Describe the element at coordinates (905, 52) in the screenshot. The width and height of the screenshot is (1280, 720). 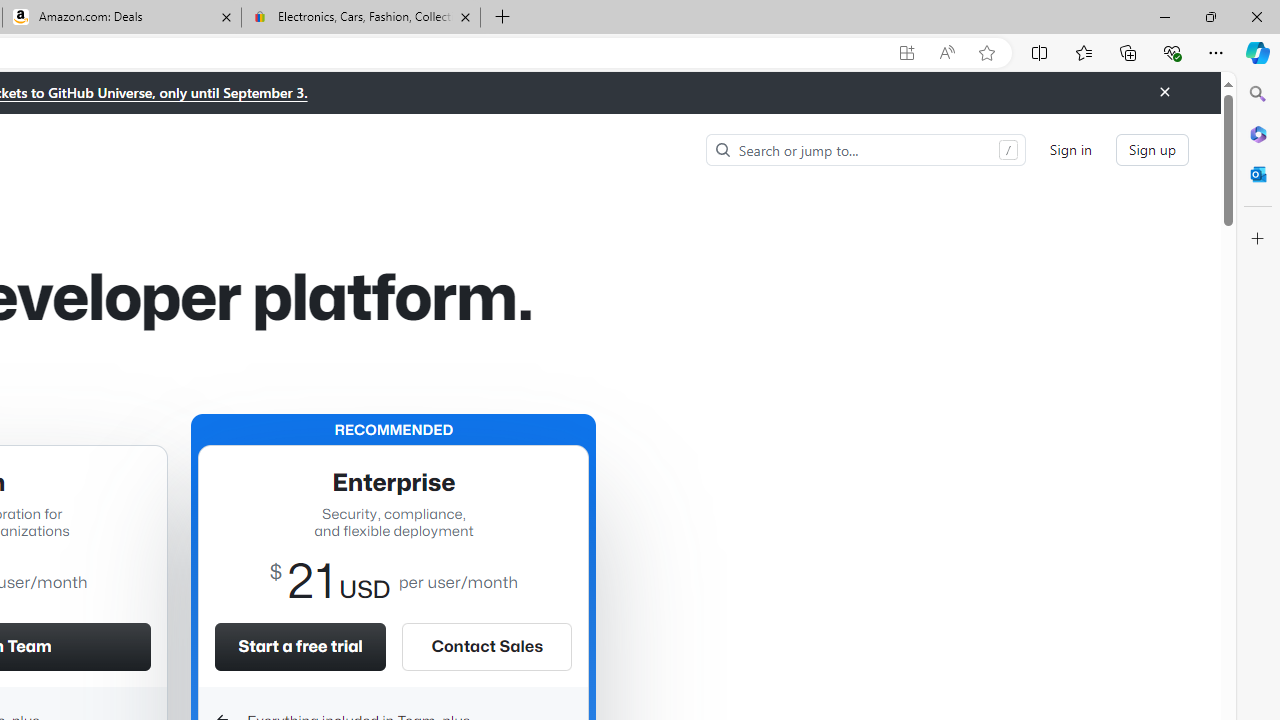
I see `'App available. Install GitHub'` at that location.